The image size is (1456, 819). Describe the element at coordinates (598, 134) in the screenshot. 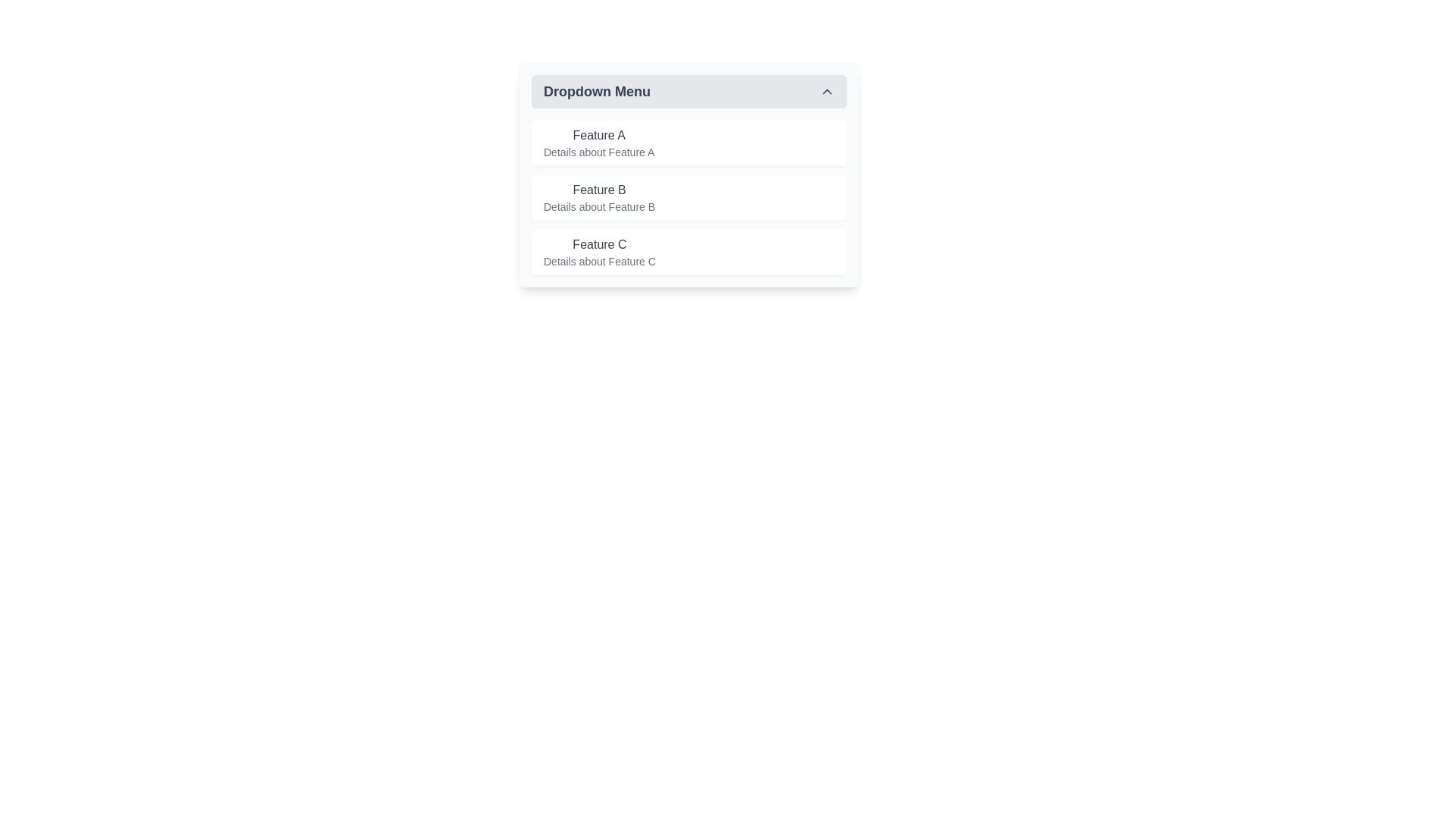

I see `the Text label displaying 'Feature A' located at the top-left of the dropdown card containing a list of features` at that location.